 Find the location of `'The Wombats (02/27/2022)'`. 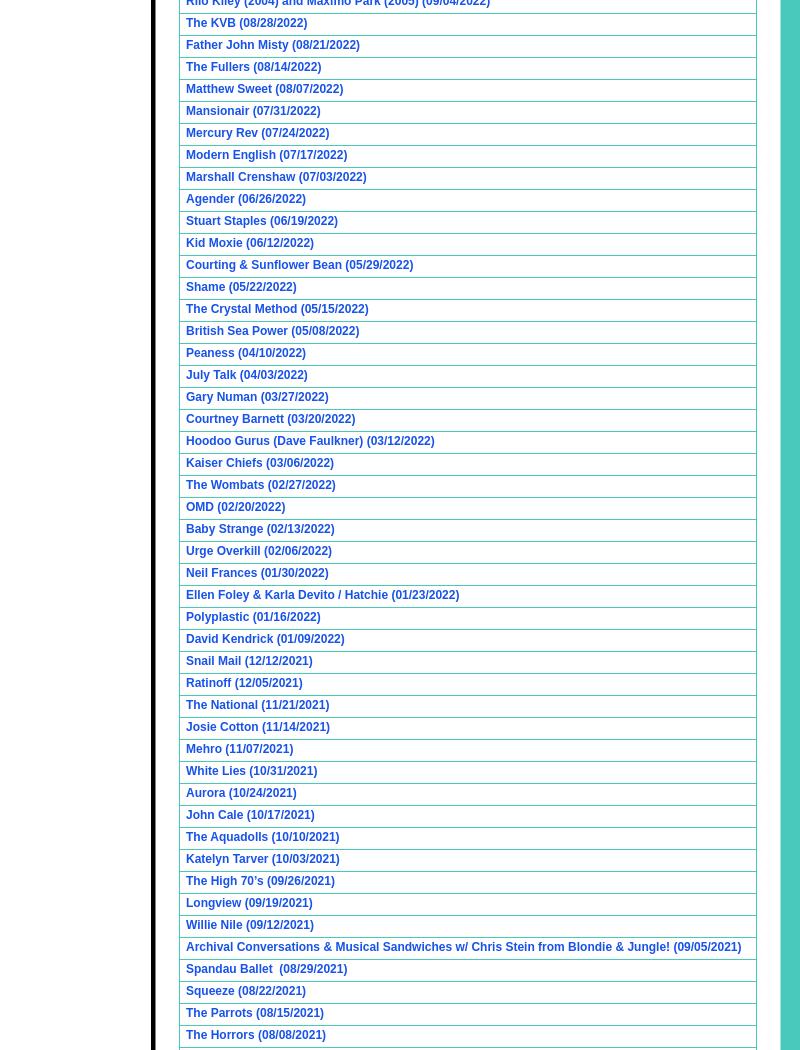

'The Wombats (02/27/2022)' is located at coordinates (259, 484).